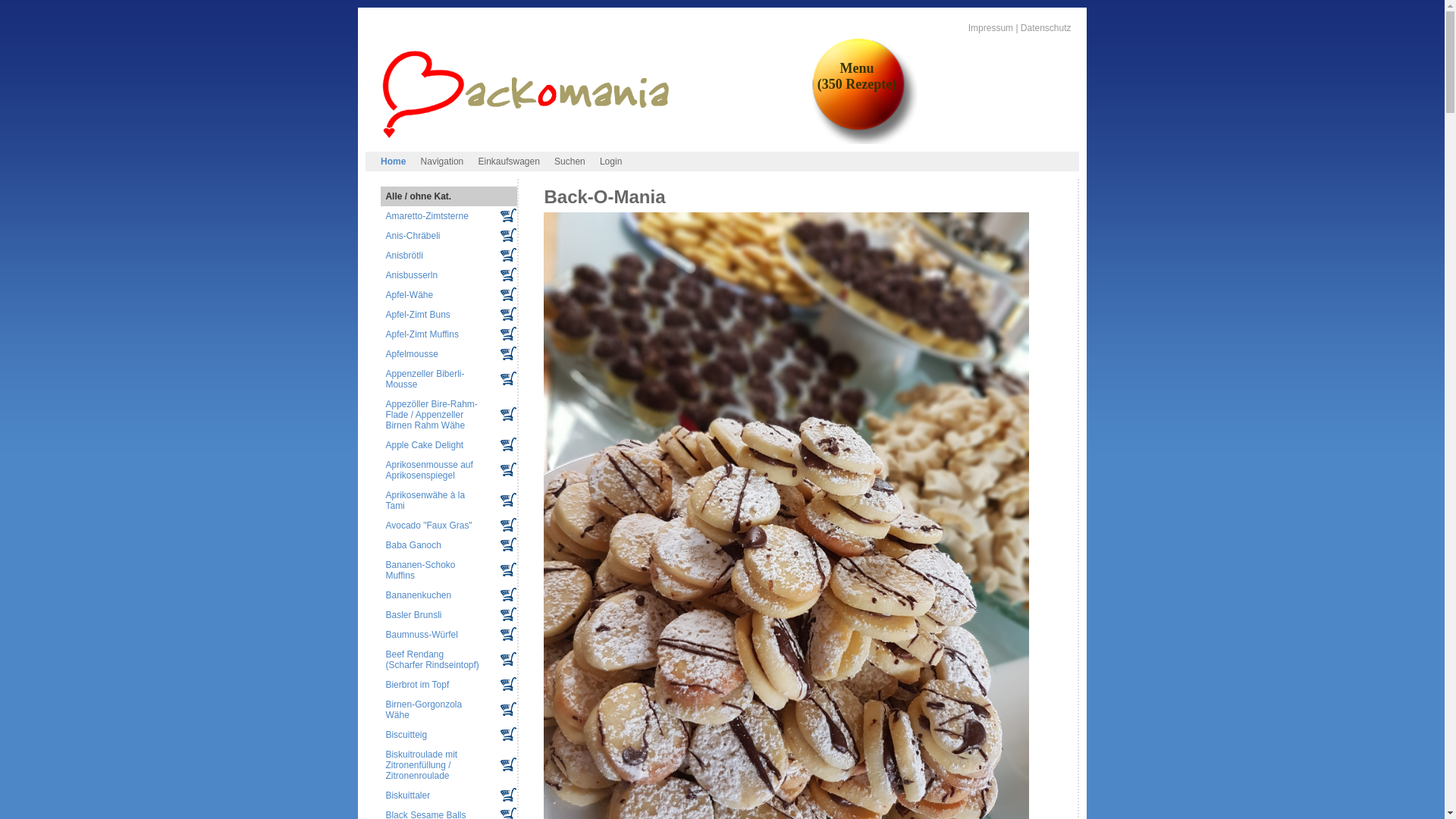  What do you see at coordinates (385, 333) in the screenshot?
I see `'Apfel-Zimt Muffins'` at bounding box center [385, 333].